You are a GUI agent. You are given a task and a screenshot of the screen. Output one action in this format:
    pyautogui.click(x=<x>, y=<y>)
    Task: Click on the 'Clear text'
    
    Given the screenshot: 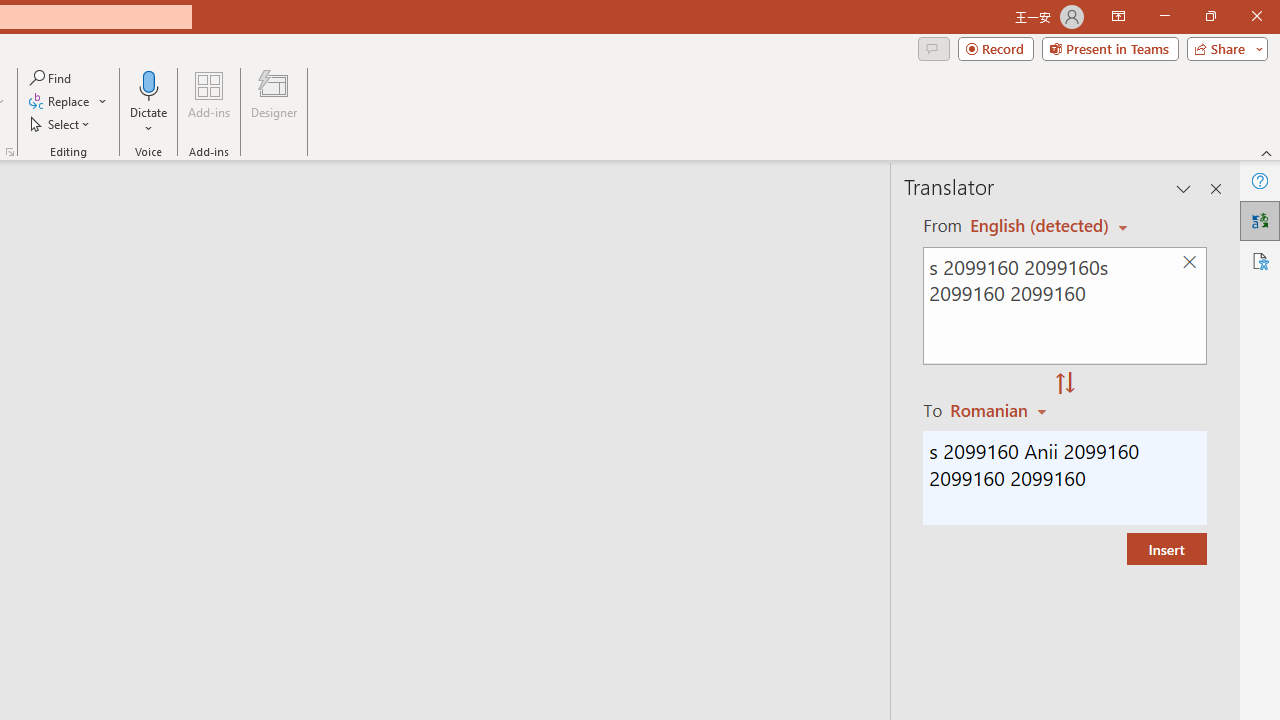 What is the action you would take?
    pyautogui.click(x=1189, y=262)
    